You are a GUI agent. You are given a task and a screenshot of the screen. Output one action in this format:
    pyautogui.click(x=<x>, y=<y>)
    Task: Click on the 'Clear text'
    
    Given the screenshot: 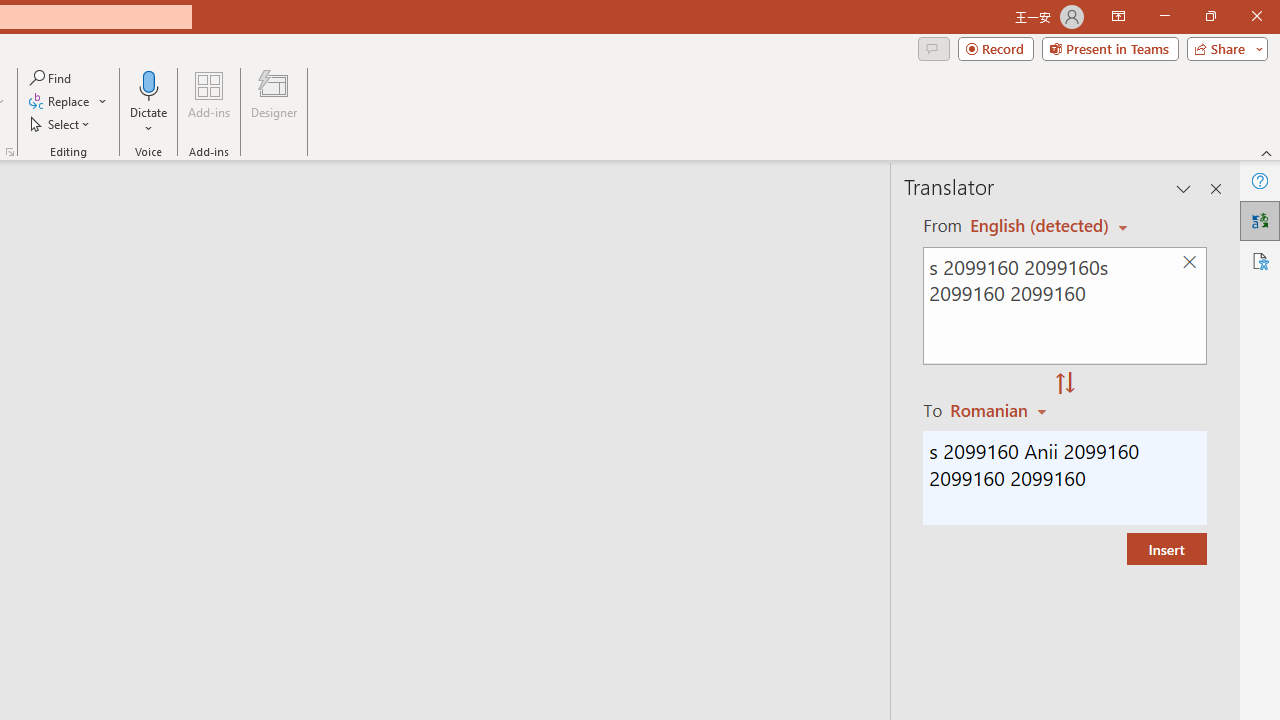 What is the action you would take?
    pyautogui.click(x=1189, y=262)
    